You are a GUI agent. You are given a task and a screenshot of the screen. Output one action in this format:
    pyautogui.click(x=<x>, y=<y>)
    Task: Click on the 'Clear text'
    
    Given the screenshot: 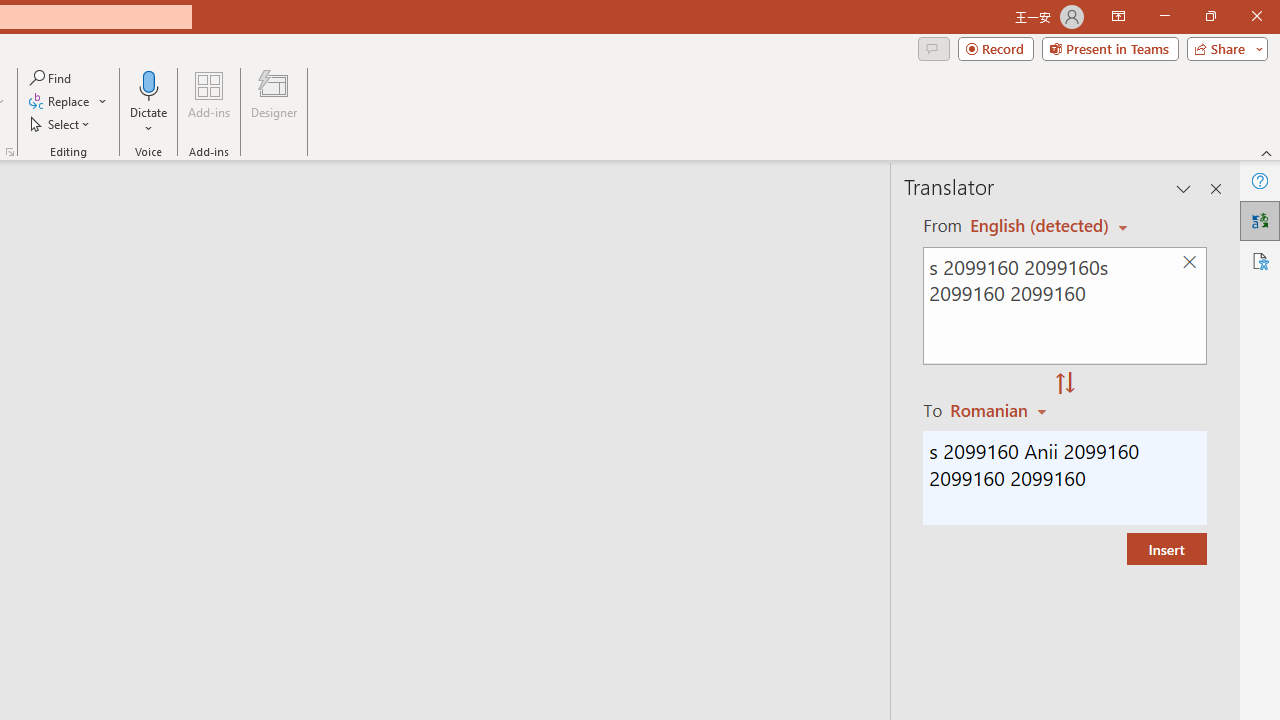 What is the action you would take?
    pyautogui.click(x=1189, y=262)
    